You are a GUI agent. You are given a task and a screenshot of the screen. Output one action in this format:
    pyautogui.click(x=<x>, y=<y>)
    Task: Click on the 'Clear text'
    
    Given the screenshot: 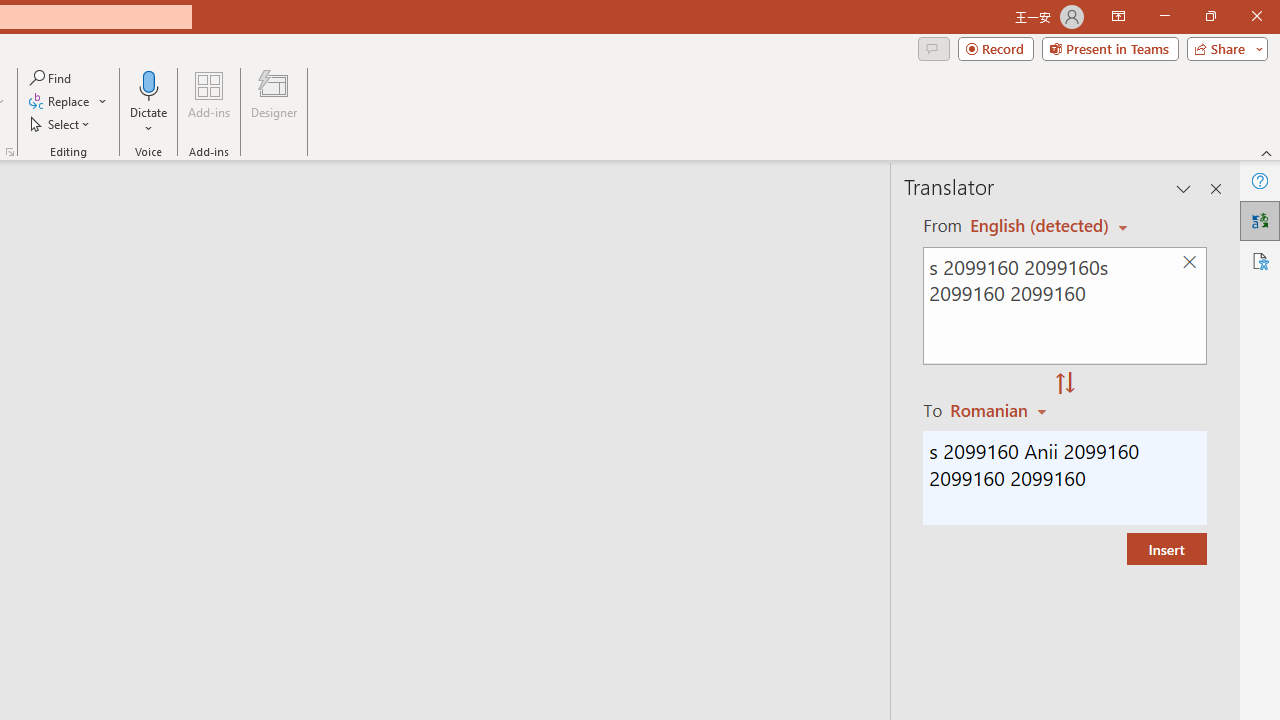 What is the action you would take?
    pyautogui.click(x=1189, y=262)
    